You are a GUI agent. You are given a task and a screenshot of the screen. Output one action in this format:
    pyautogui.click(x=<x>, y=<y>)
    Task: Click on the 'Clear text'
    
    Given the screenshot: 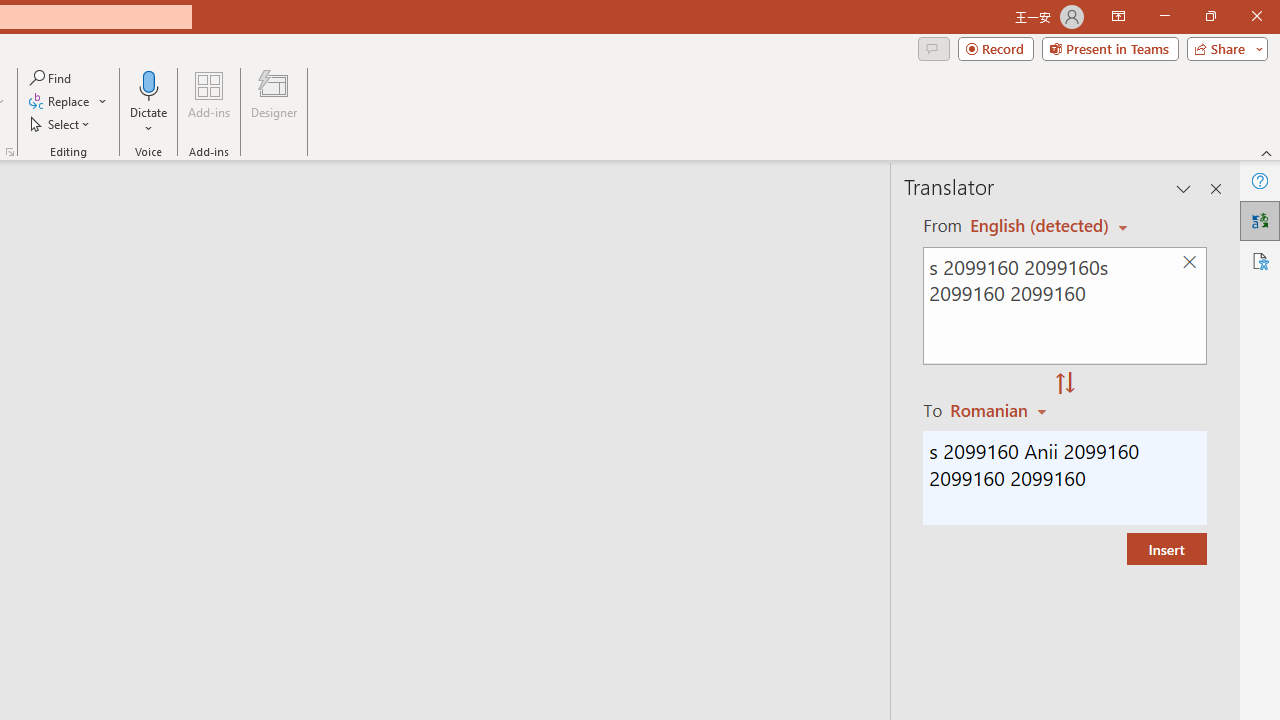 What is the action you would take?
    pyautogui.click(x=1189, y=262)
    